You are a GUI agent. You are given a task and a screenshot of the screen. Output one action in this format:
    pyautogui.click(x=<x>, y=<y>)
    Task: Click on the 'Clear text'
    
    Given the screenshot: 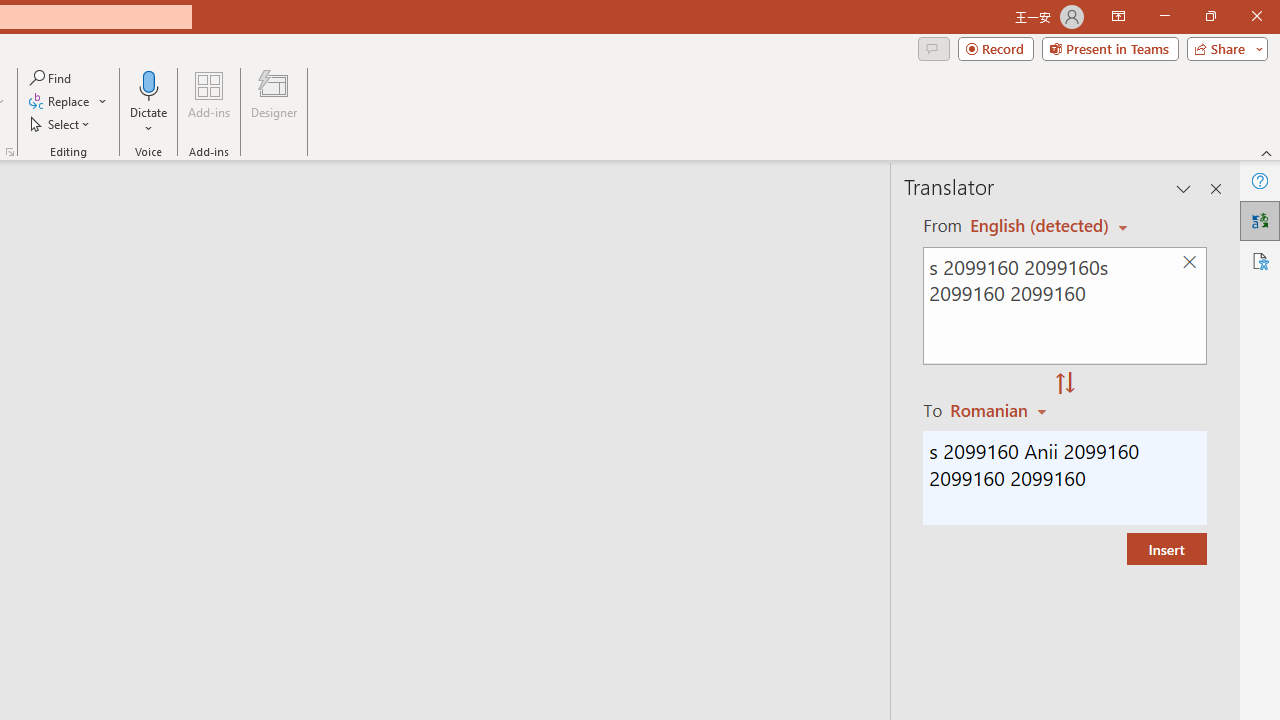 What is the action you would take?
    pyautogui.click(x=1189, y=262)
    